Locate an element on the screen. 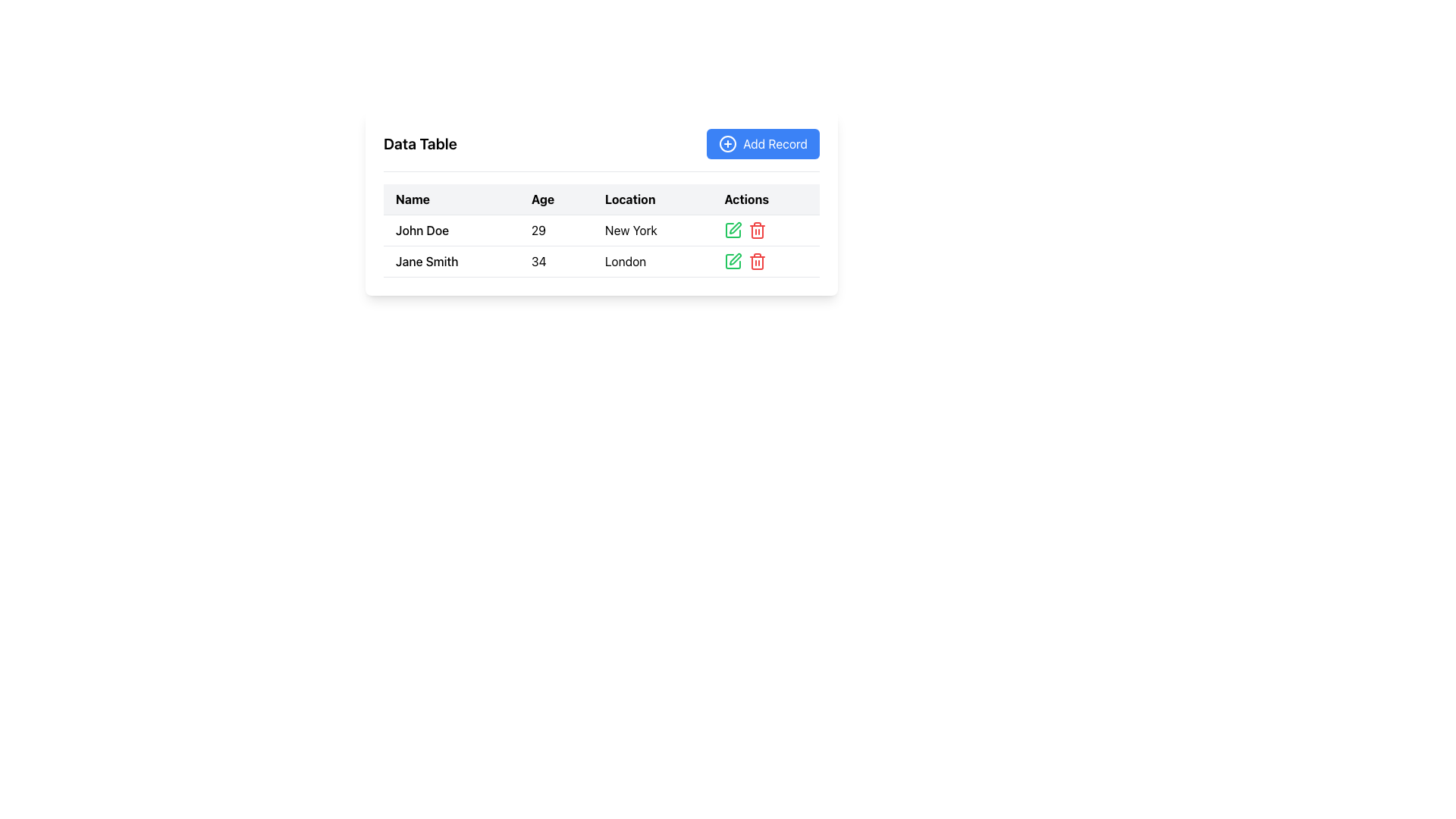 The height and width of the screenshot is (819, 1456). the leftmost icon button in the 'Actions' column of the first row in the data table is located at coordinates (733, 231).